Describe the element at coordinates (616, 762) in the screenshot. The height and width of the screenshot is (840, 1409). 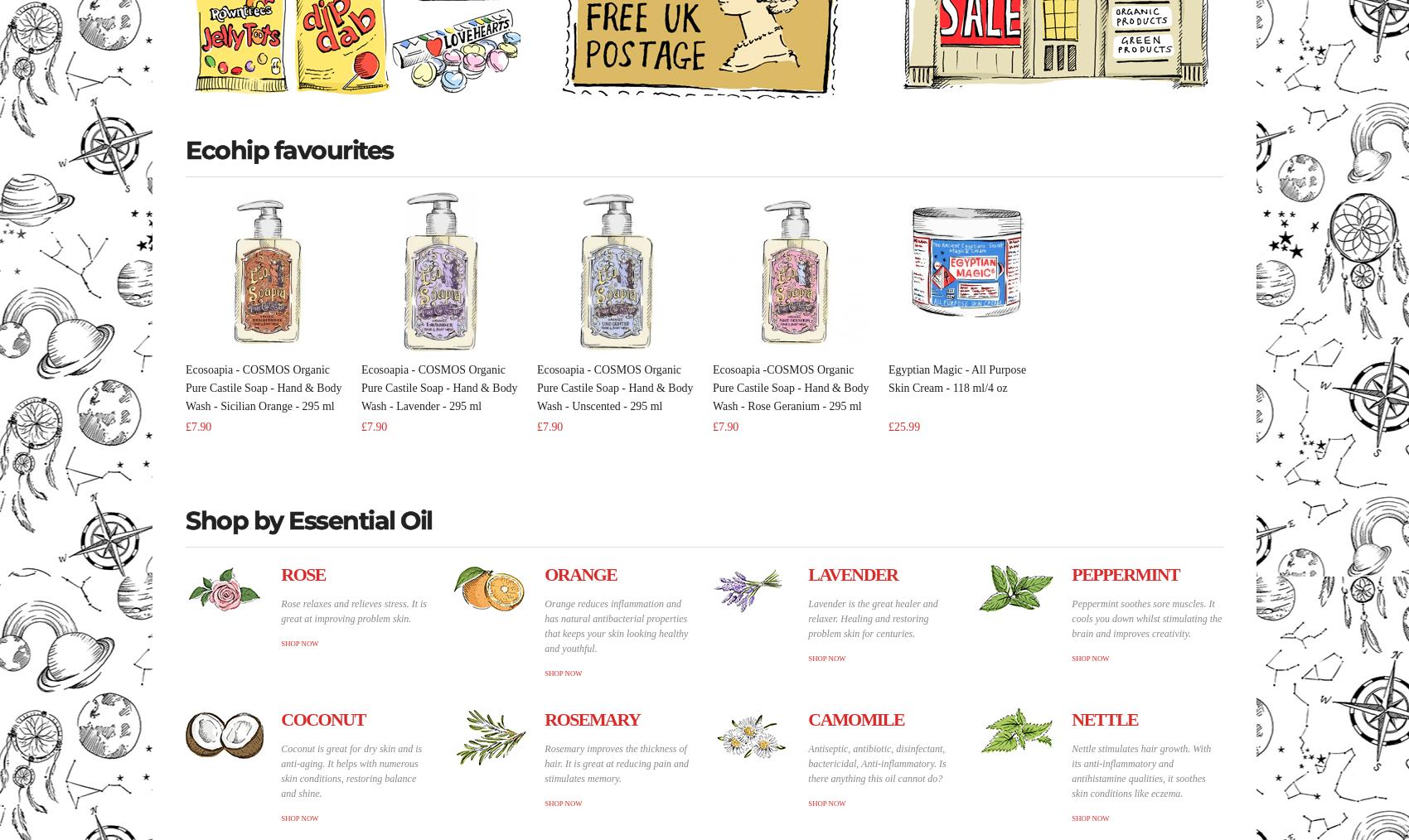
I see `'Rosemary improves the thickness of hair. It is great at reducing pain and stimulates memory.'` at that location.